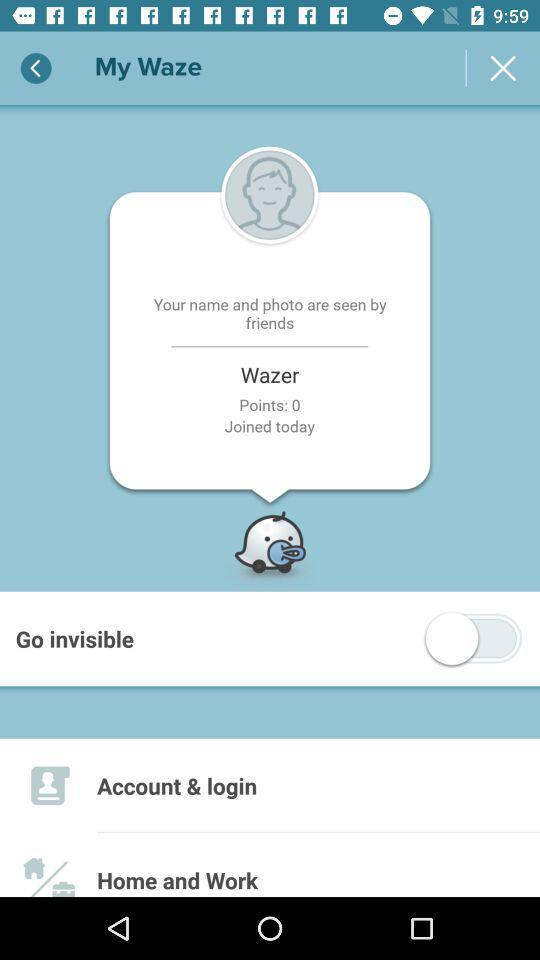 The image size is (540, 960). Describe the element at coordinates (36, 68) in the screenshot. I see `previous` at that location.